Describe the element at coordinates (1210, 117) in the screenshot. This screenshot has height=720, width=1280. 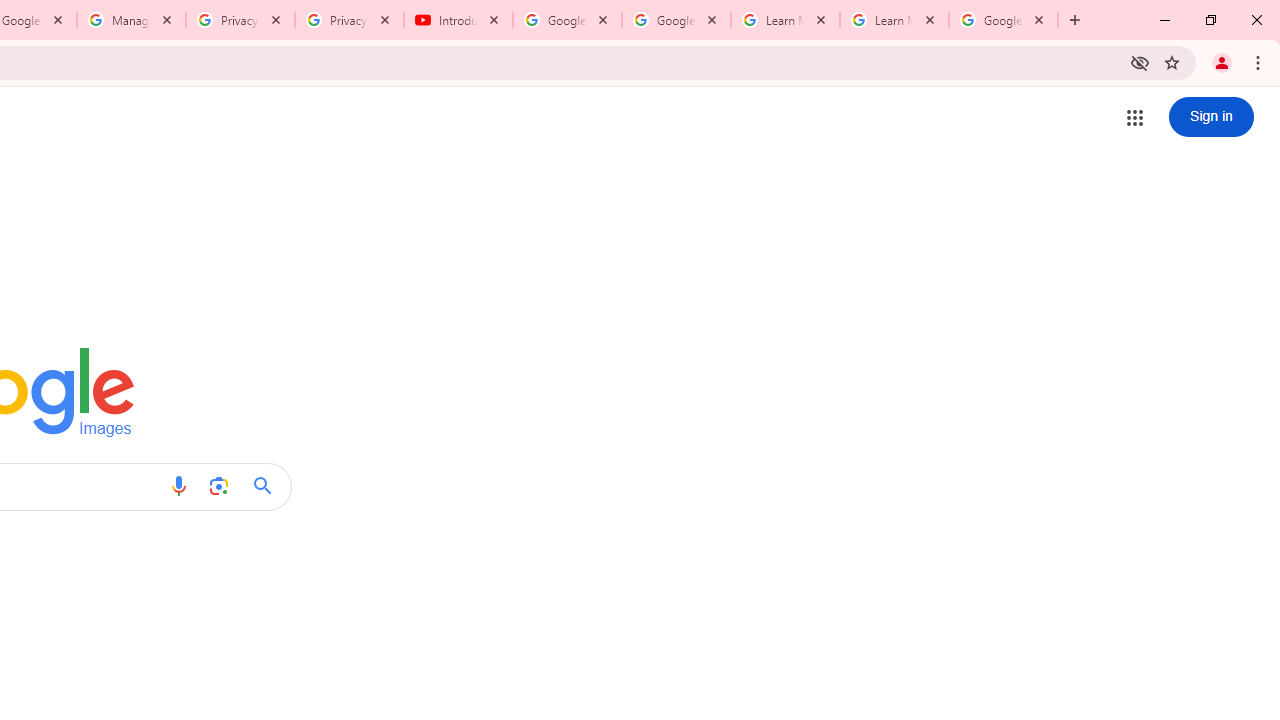
I see `'Sign in'` at that location.